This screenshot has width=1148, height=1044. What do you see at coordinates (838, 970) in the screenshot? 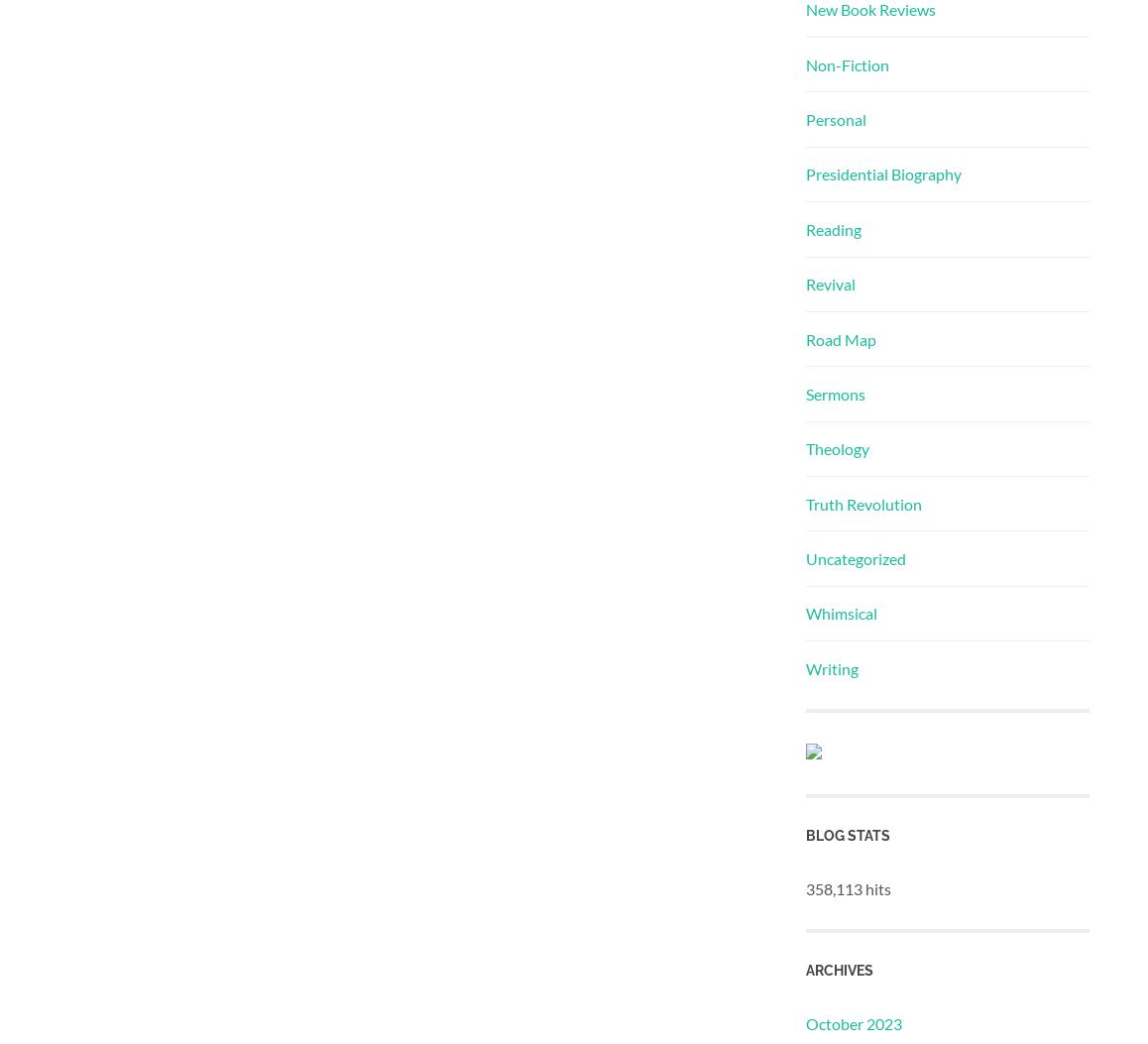
I see `'Archives'` at bounding box center [838, 970].